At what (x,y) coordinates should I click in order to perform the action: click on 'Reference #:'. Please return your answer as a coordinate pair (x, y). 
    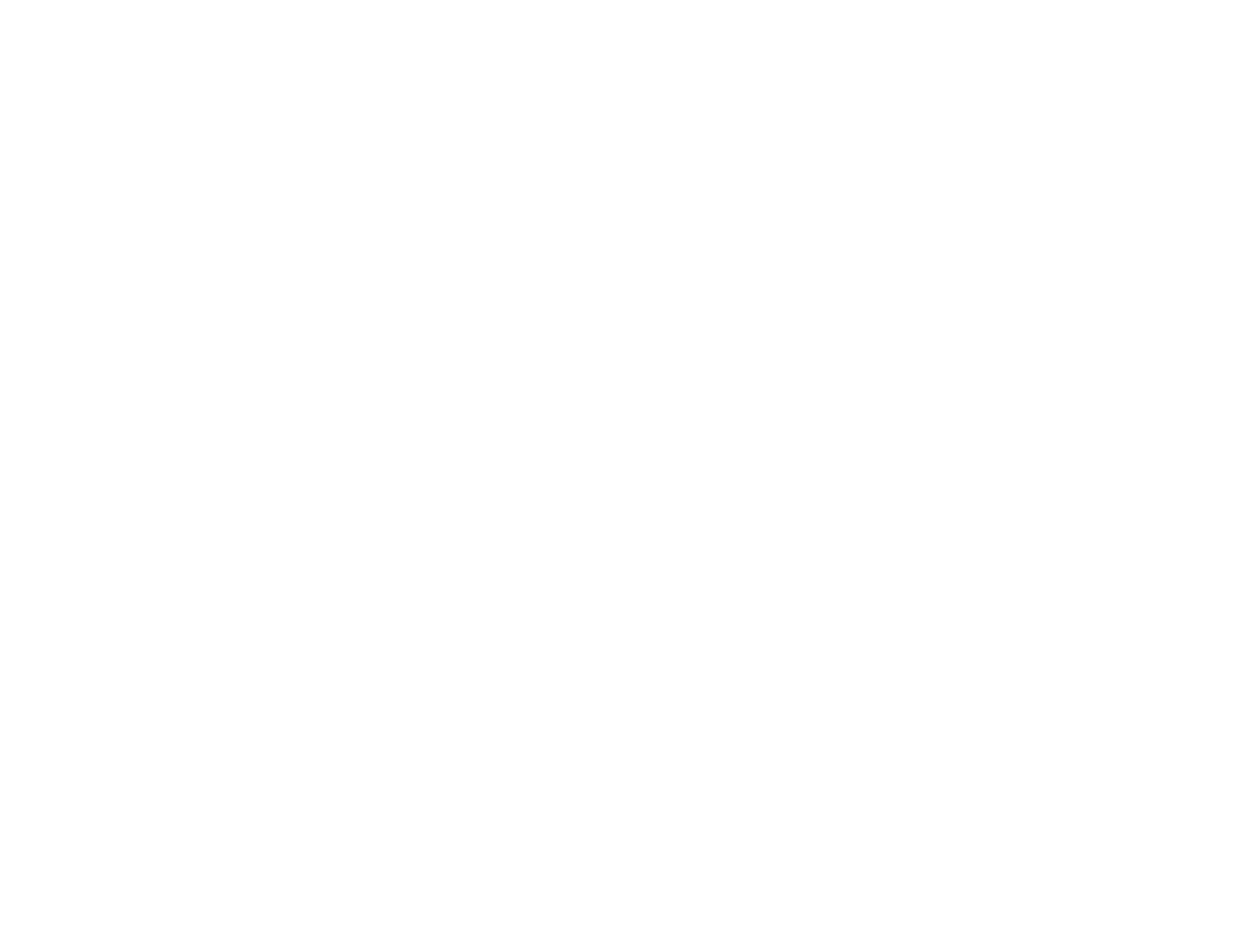
    Looking at the image, I should click on (84, 556).